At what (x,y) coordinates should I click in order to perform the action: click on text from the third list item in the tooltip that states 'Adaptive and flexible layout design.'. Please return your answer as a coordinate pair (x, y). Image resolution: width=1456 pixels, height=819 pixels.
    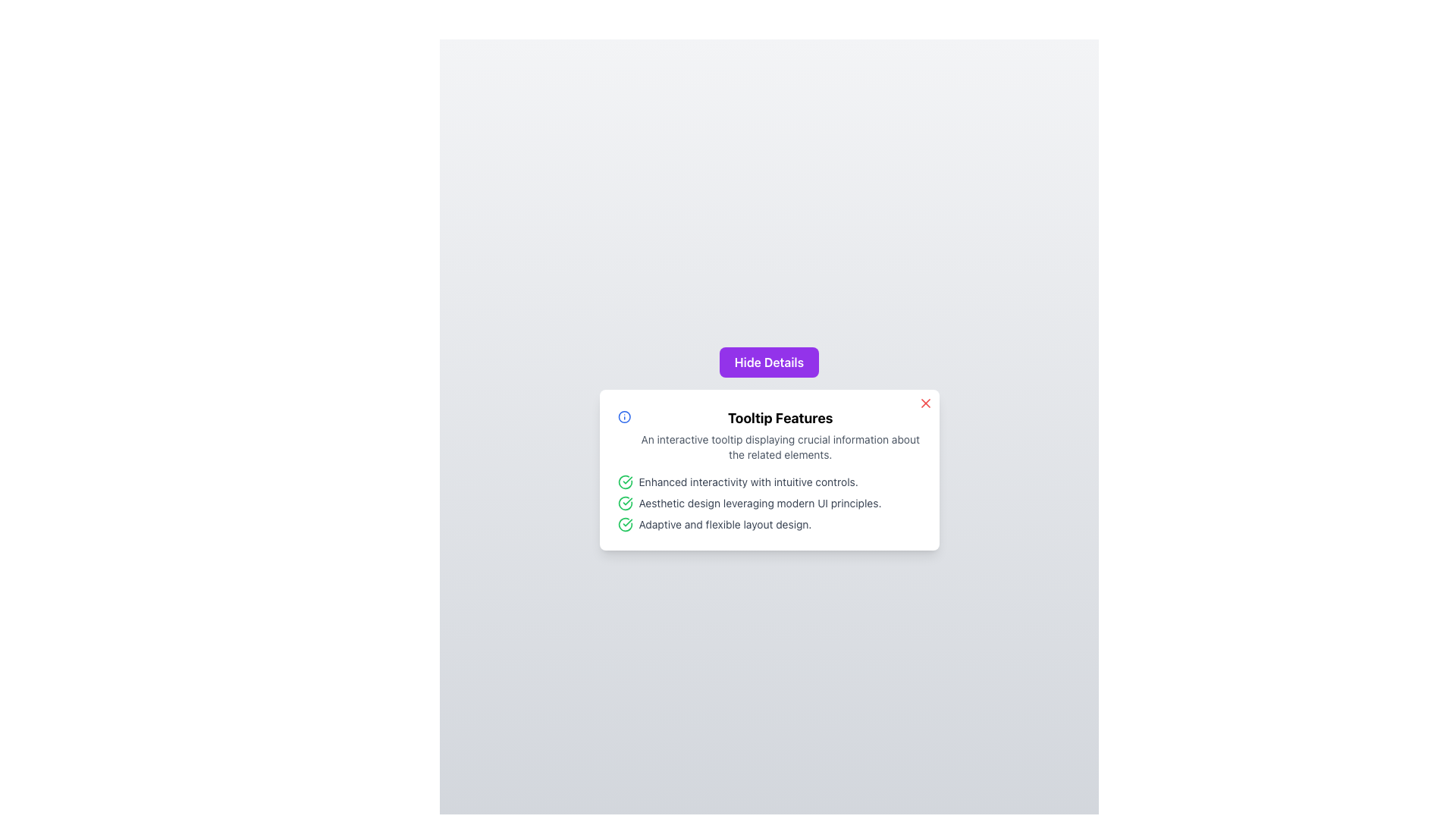
    Looking at the image, I should click on (769, 523).